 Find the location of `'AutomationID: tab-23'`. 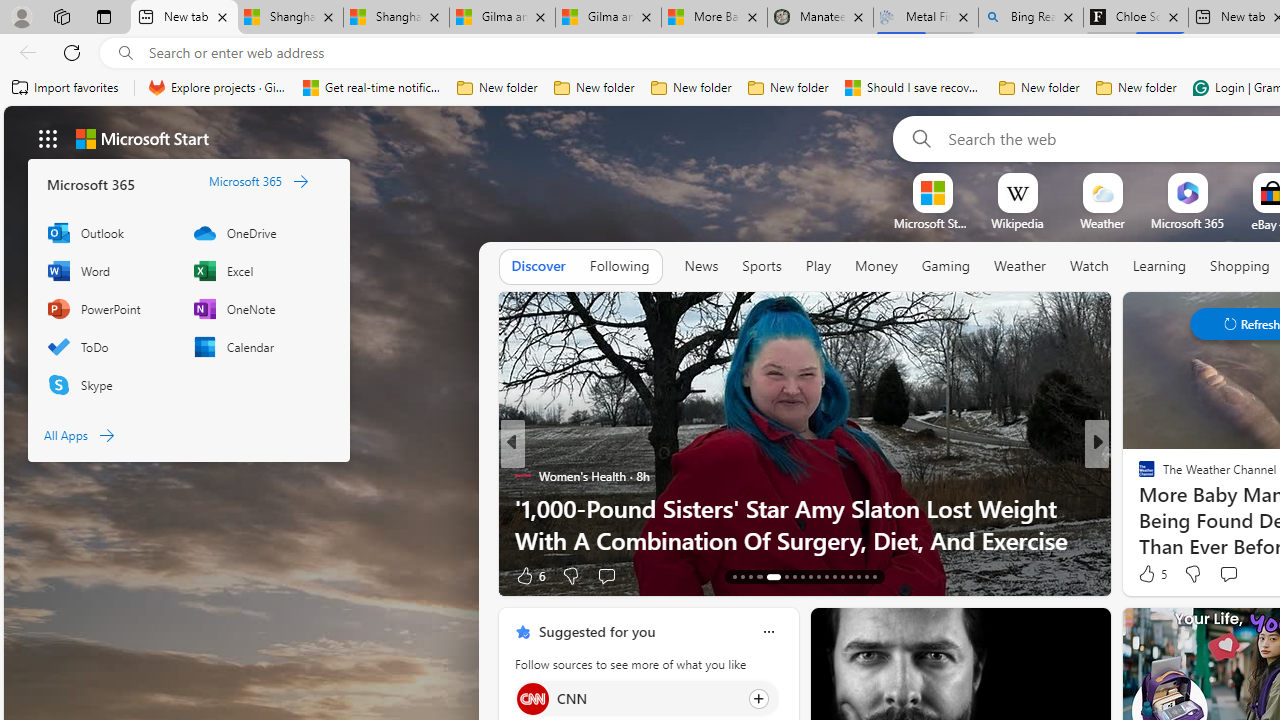

'AutomationID: tab-23' is located at coordinates (826, 577).